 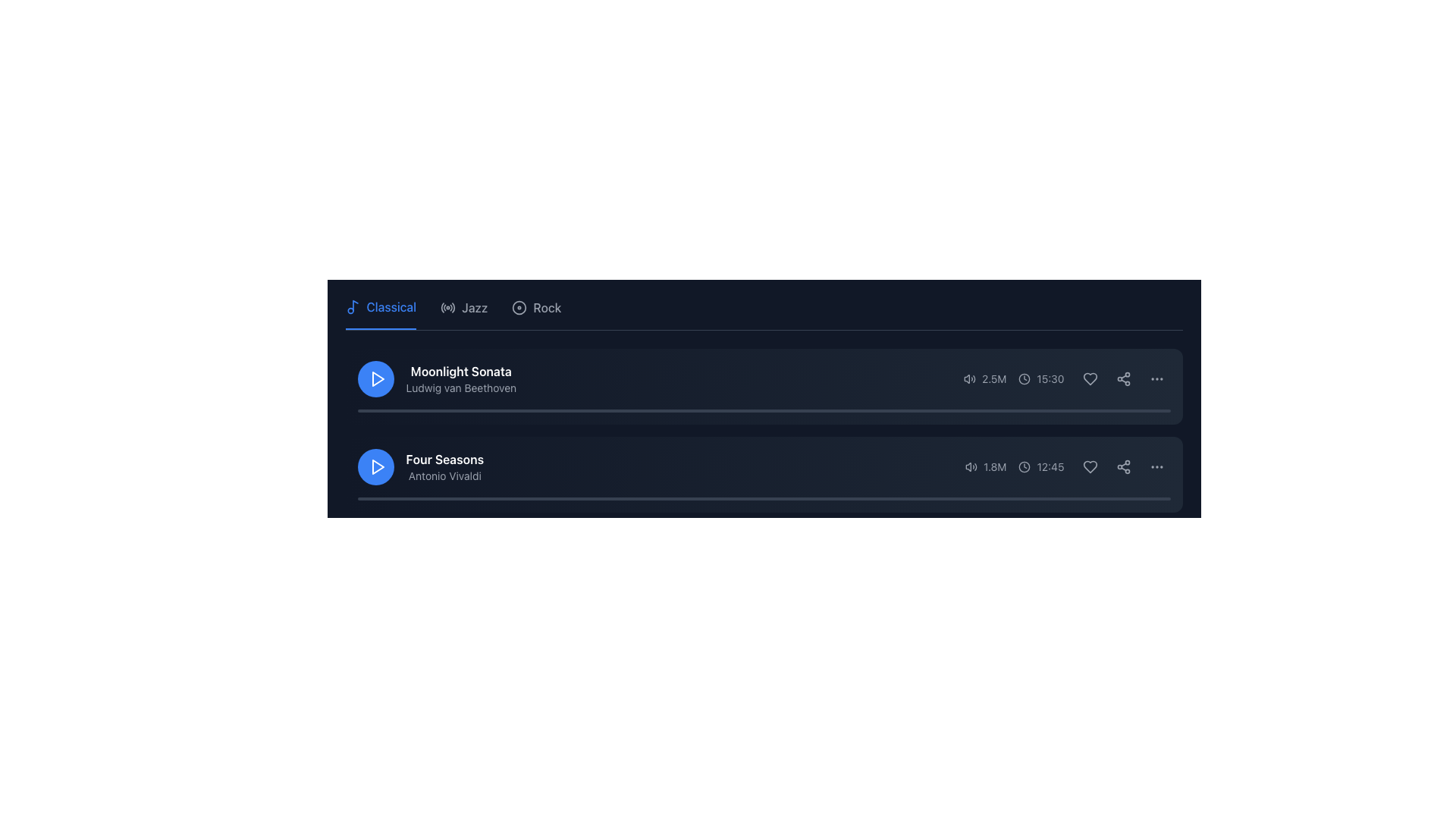 What do you see at coordinates (460, 371) in the screenshot?
I see `the text label that serves as the title for the music track, located above the descriptive text 'Ludwig van Beethoven'` at bounding box center [460, 371].